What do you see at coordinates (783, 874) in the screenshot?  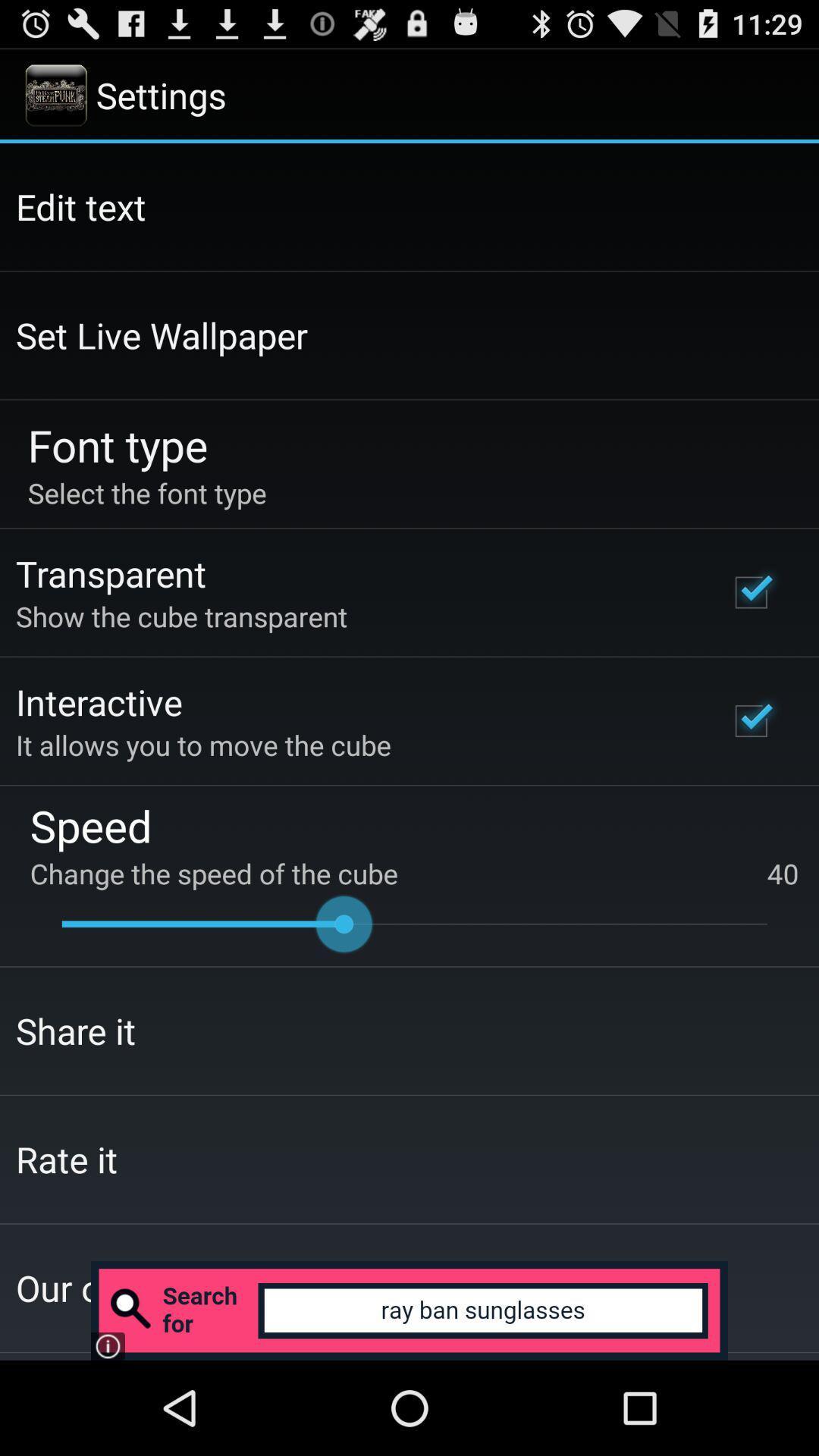 I see `the icon below speed item` at bounding box center [783, 874].